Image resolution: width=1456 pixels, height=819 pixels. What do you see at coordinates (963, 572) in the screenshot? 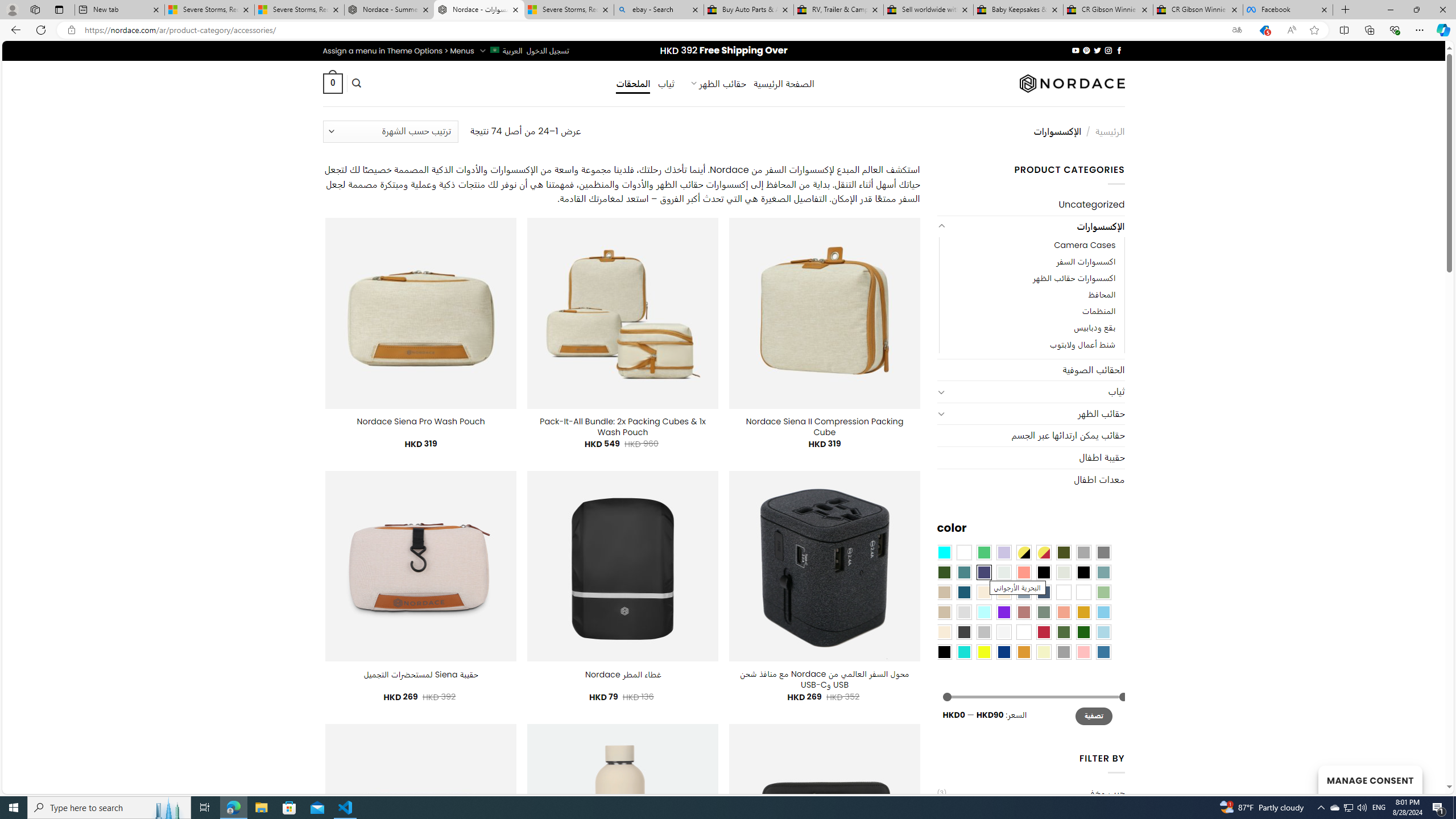
I see `'Teal'` at bounding box center [963, 572].